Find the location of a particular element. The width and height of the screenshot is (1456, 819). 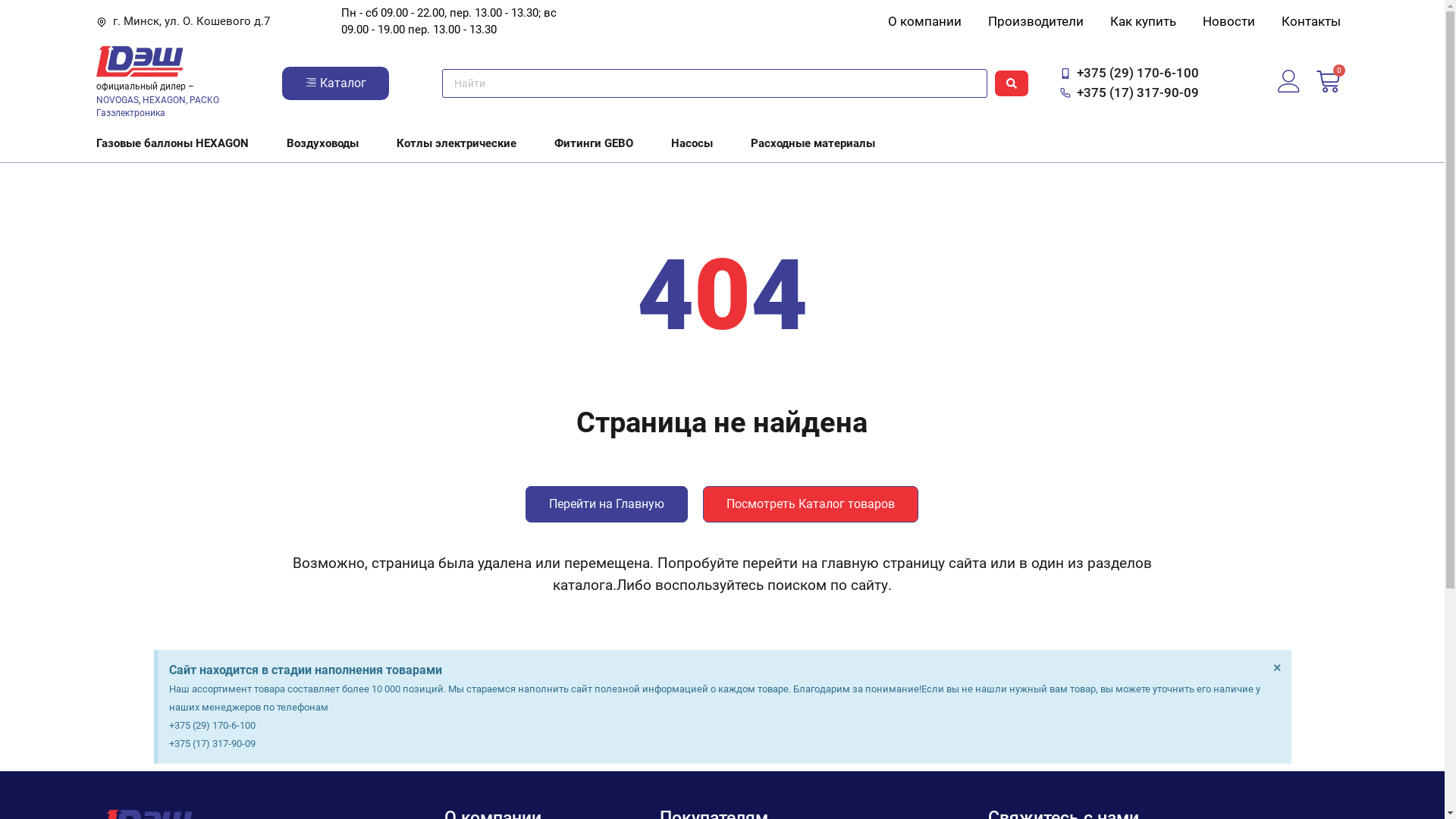

'NOVOGAS' is located at coordinates (116, 99).